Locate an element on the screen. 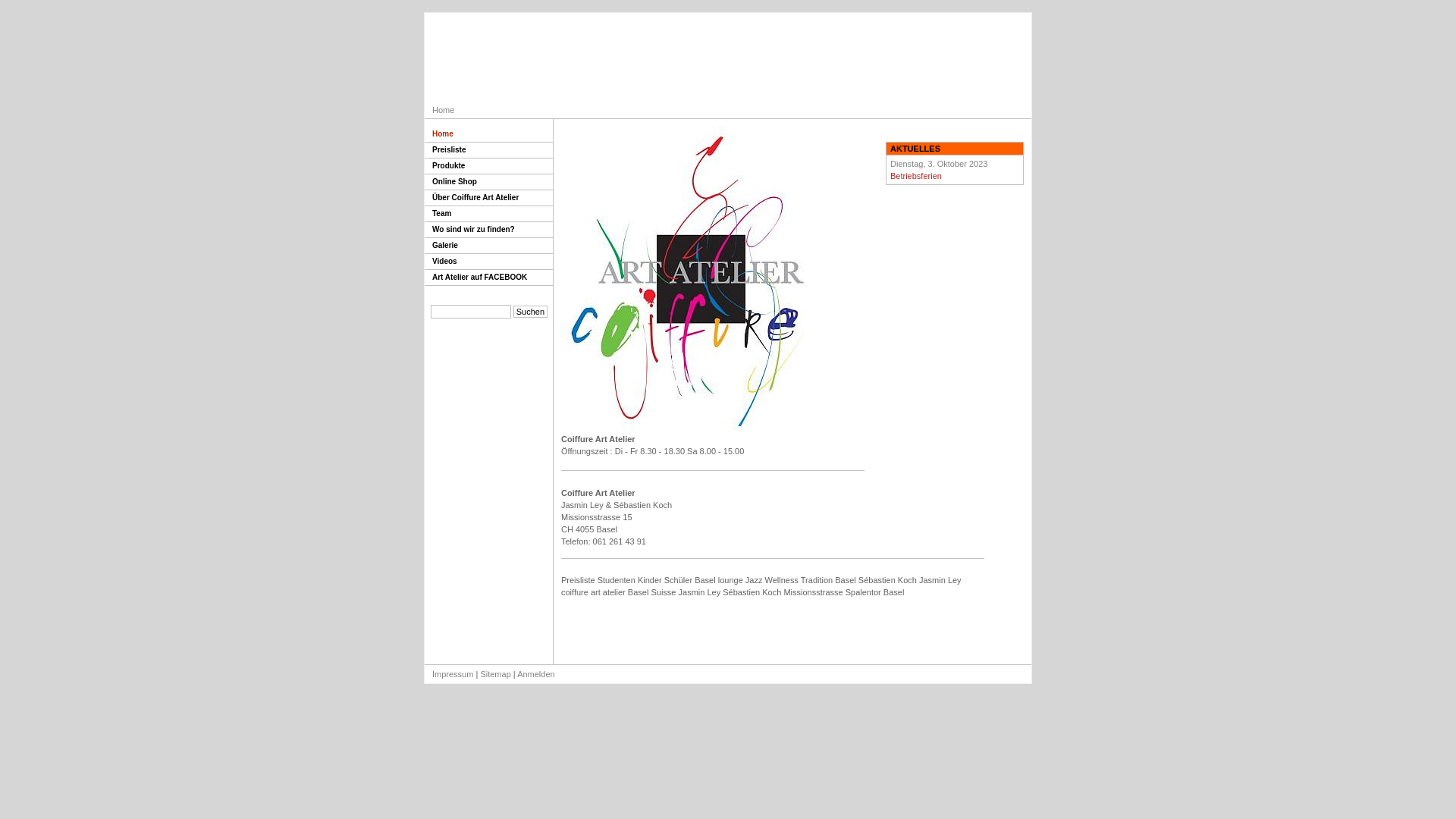 This screenshot has height=819, width=1456. 'Team' is located at coordinates (488, 214).